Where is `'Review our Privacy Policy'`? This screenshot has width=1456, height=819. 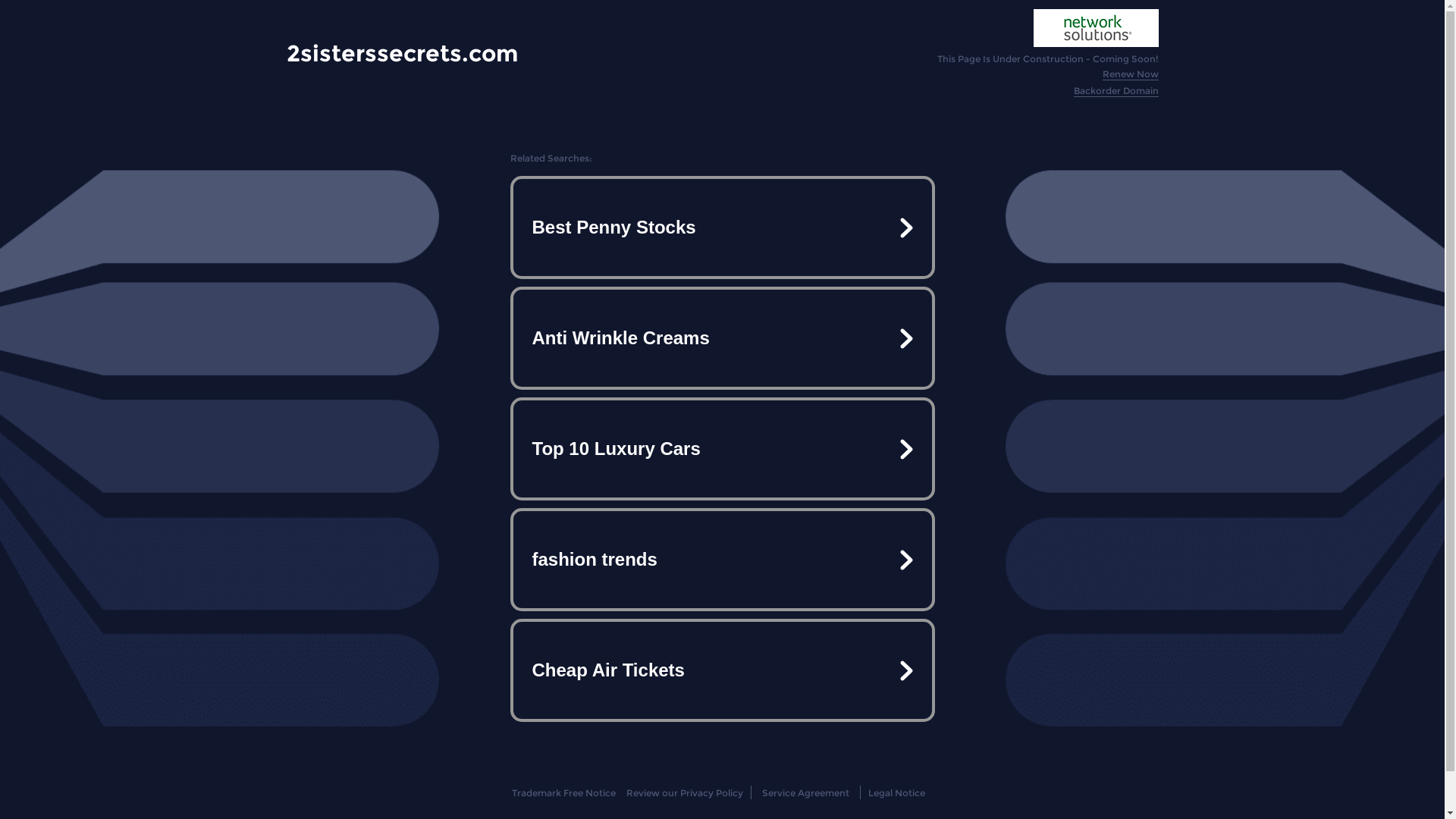 'Review our Privacy Policy' is located at coordinates (683, 792).